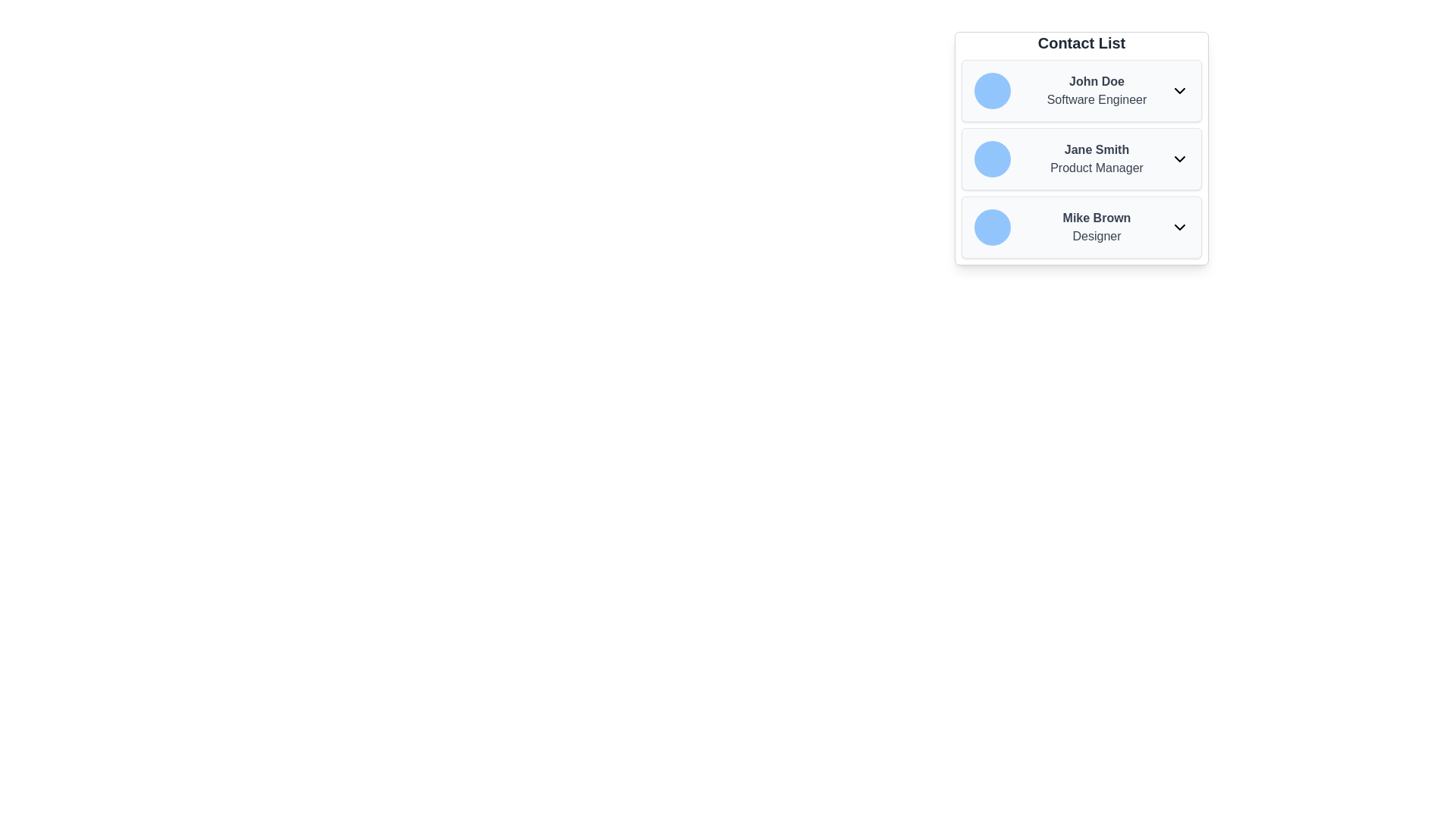 This screenshot has height=819, width=1456. I want to click on the text element displaying the contact name 'Jane Smith', which is located in the second card of a vertical list of contacts, positioned above the designation 'Product Manager', so click(1097, 149).